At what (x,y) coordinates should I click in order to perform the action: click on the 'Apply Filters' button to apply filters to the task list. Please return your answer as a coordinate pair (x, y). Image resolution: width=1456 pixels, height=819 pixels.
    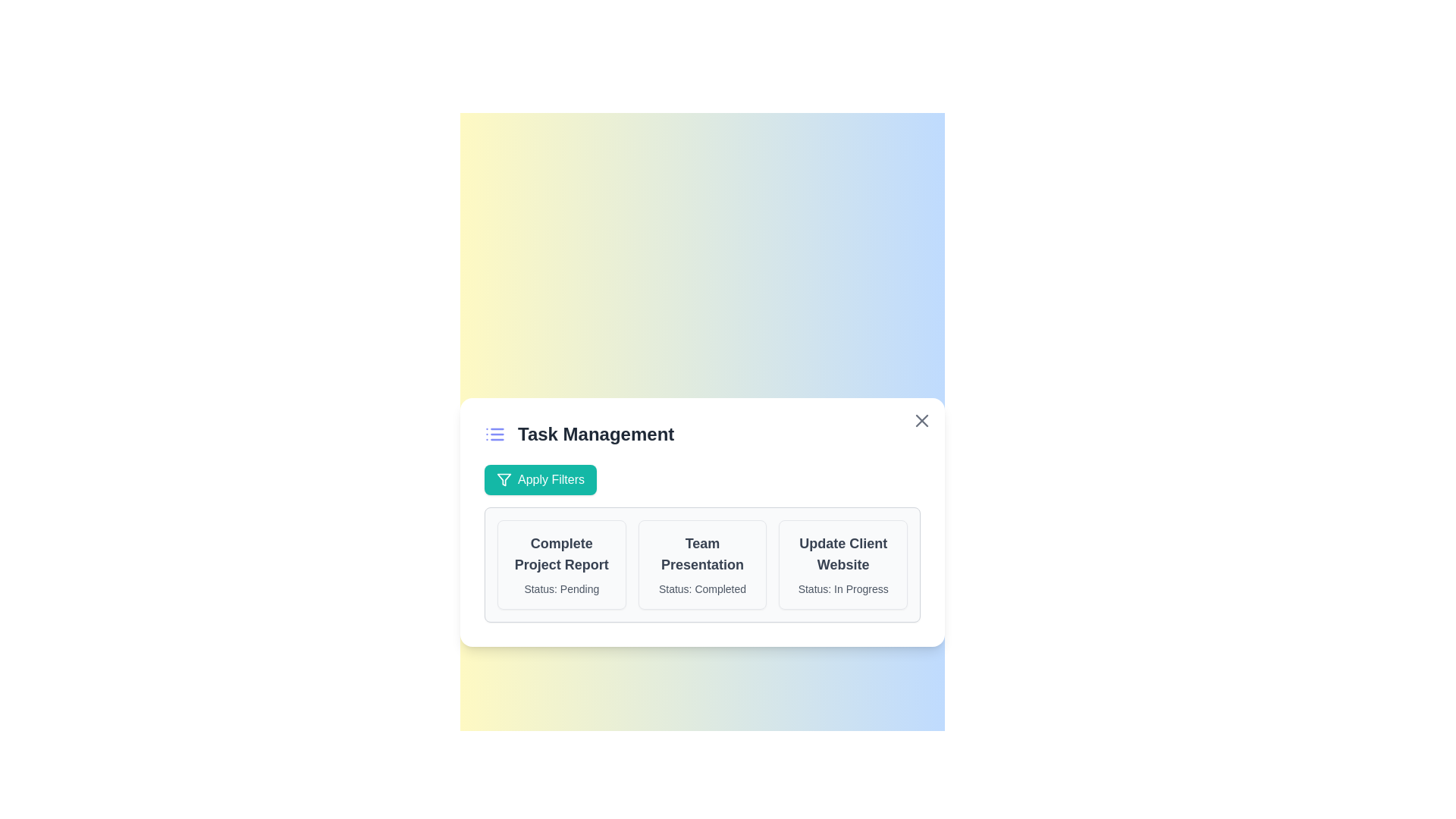
    Looking at the image, I should click on (541, 479).